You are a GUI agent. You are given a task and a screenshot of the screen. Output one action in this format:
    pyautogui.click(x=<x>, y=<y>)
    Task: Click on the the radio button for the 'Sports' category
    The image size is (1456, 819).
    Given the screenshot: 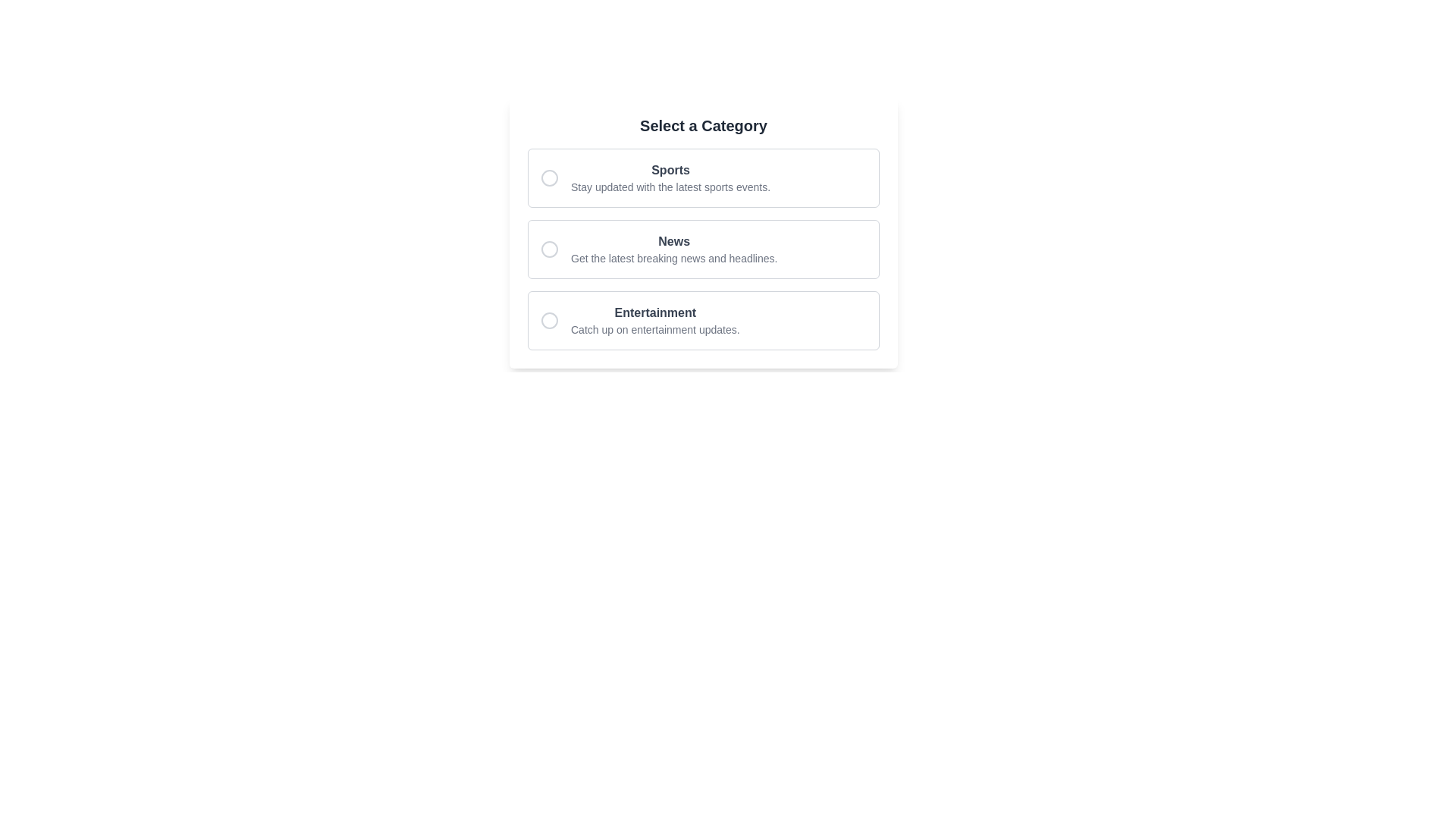 What is the action you would take?
    pyautogui.click(x=548, y=177)
    